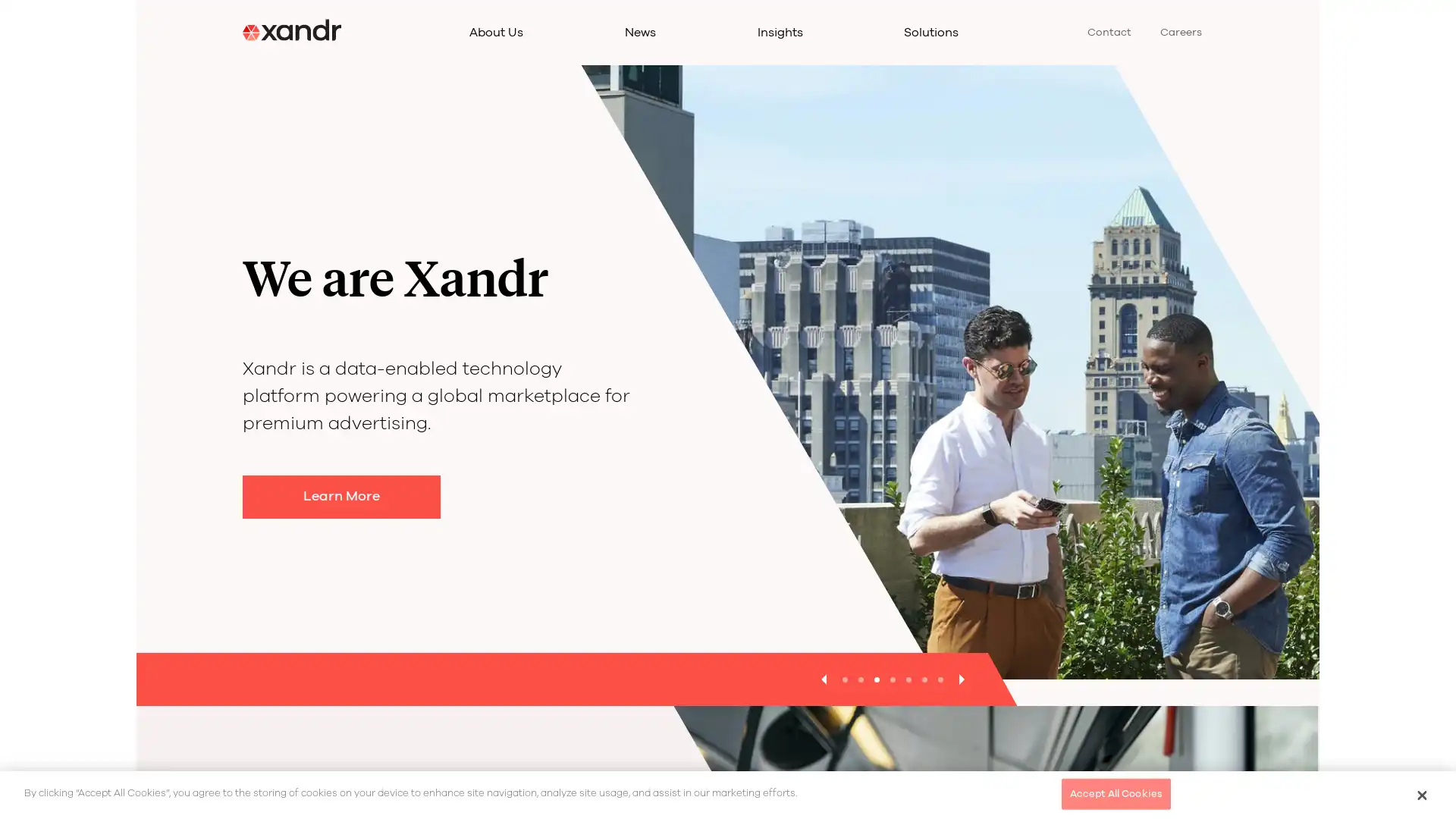  I want to click on Accept All Cookies, so click(1116, 792).